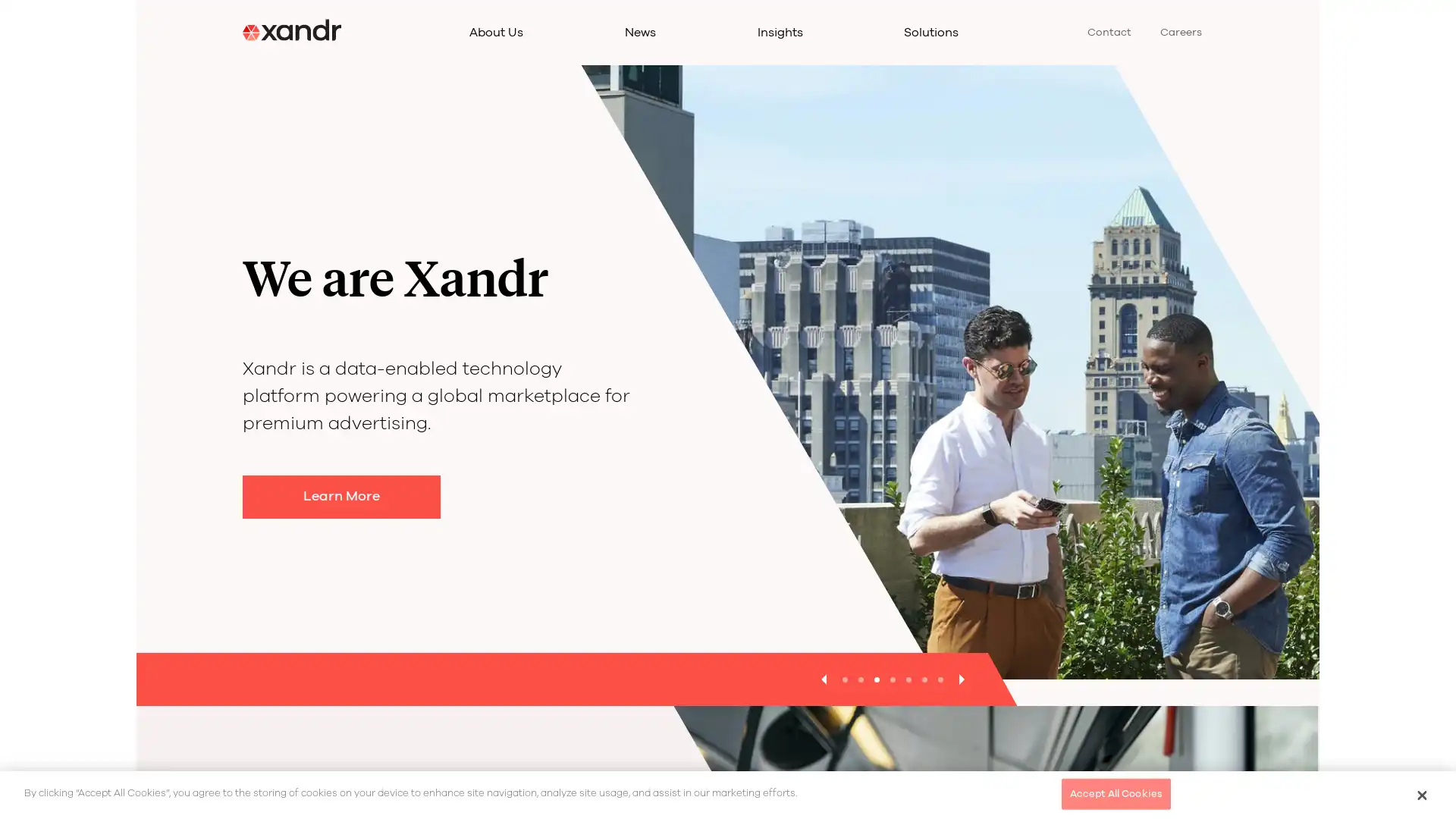  I want to click on Accept All Cookies, so click(1116, 792).